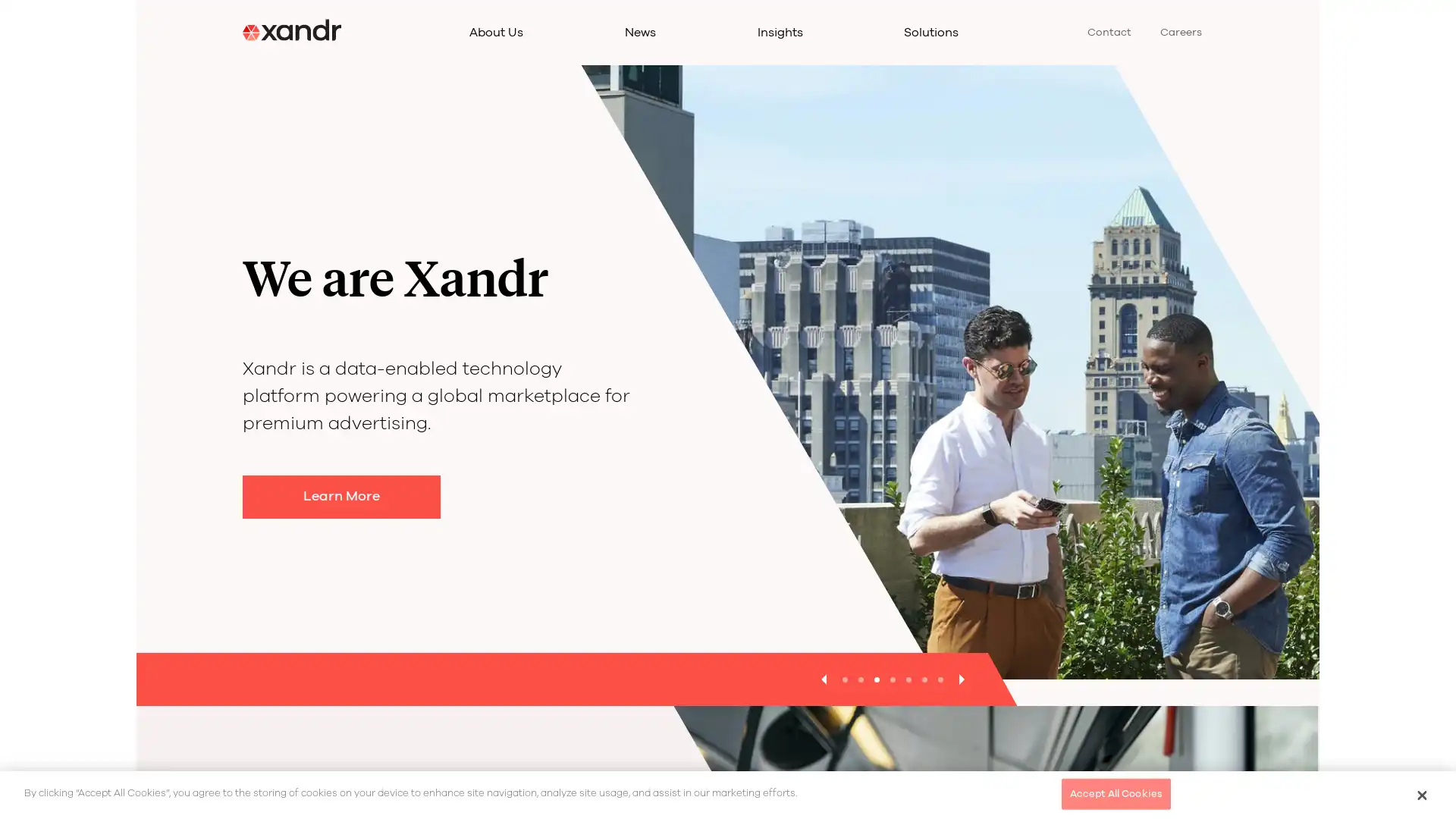  I want to click on Accept All Cookies, so click(1116, 792).